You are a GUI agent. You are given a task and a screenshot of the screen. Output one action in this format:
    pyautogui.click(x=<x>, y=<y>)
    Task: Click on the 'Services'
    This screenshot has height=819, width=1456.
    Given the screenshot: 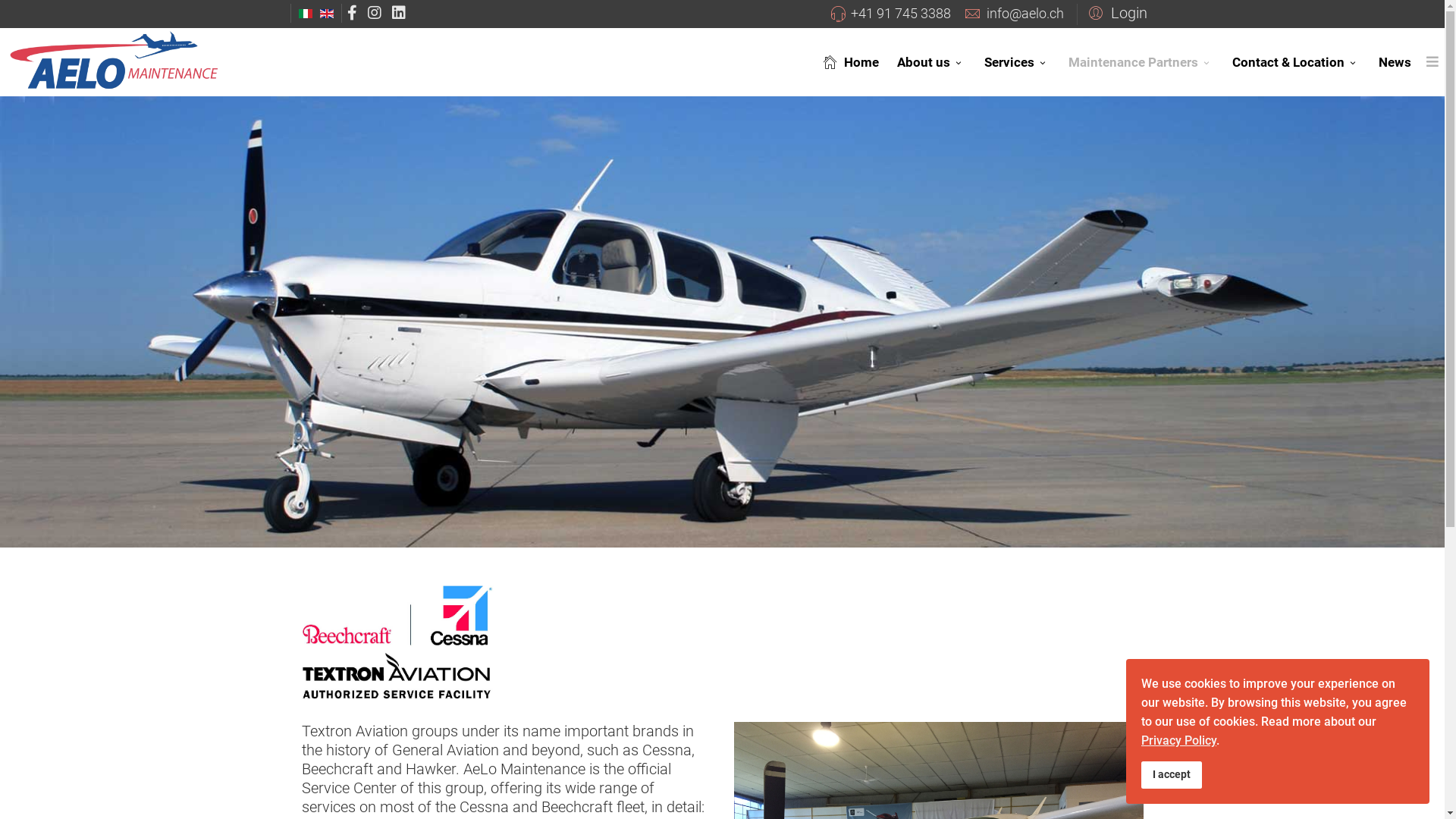 What is the action you would take?
    pyautogui.click(x=975, y=61)
    